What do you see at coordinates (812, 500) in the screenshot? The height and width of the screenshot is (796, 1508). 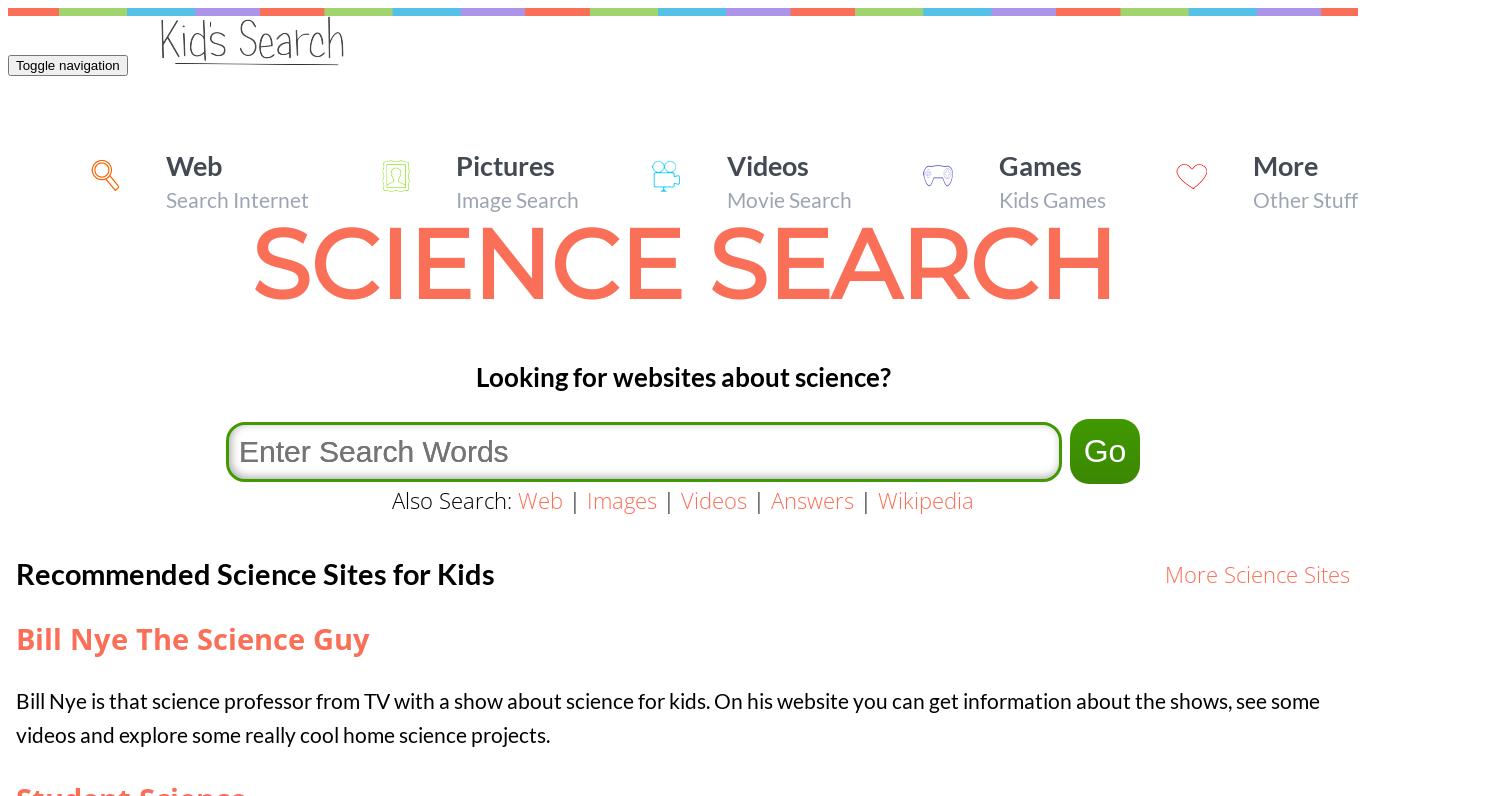 I see `'Answers'` at bounding box center [812, 500].